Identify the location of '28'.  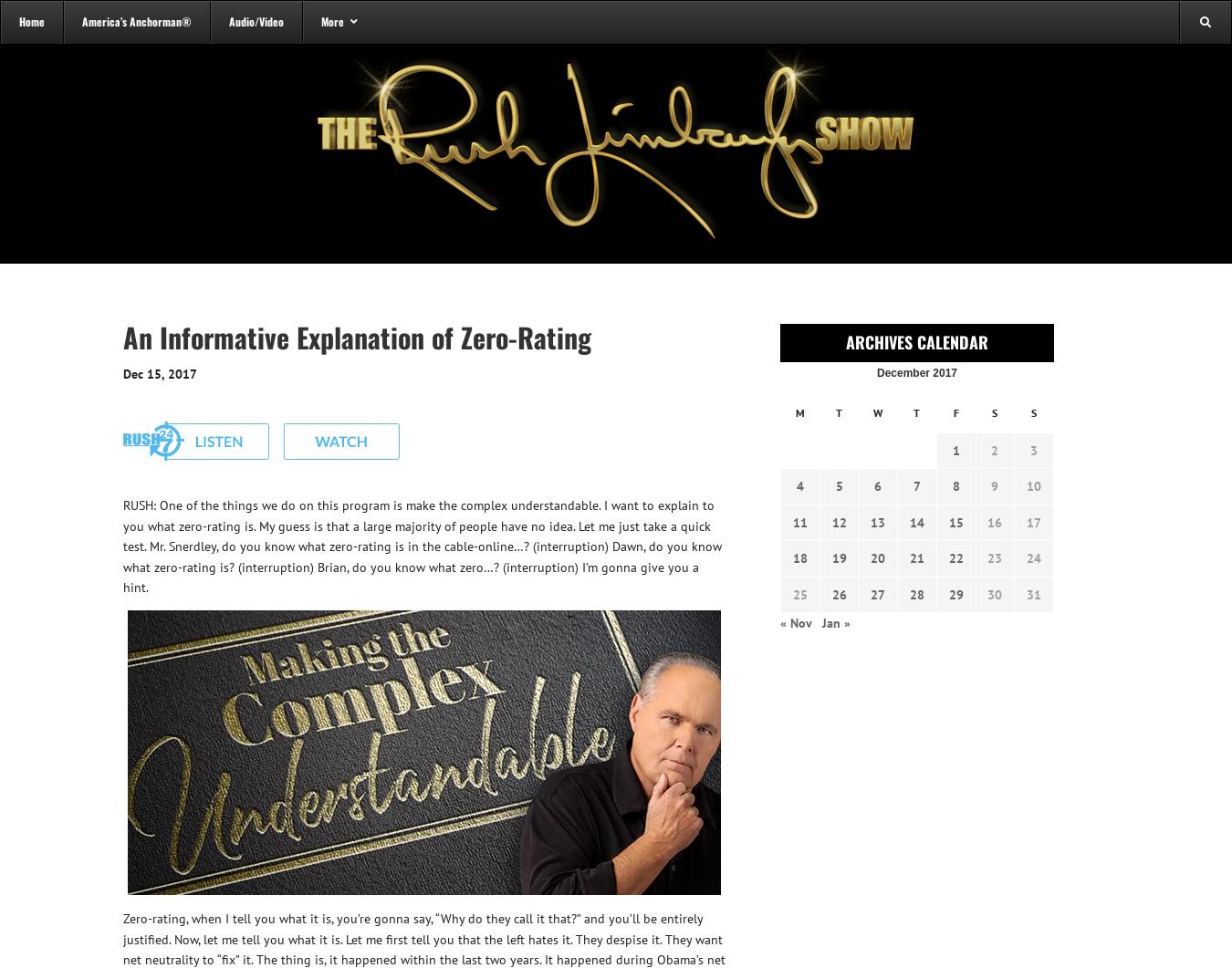
(908, 593).